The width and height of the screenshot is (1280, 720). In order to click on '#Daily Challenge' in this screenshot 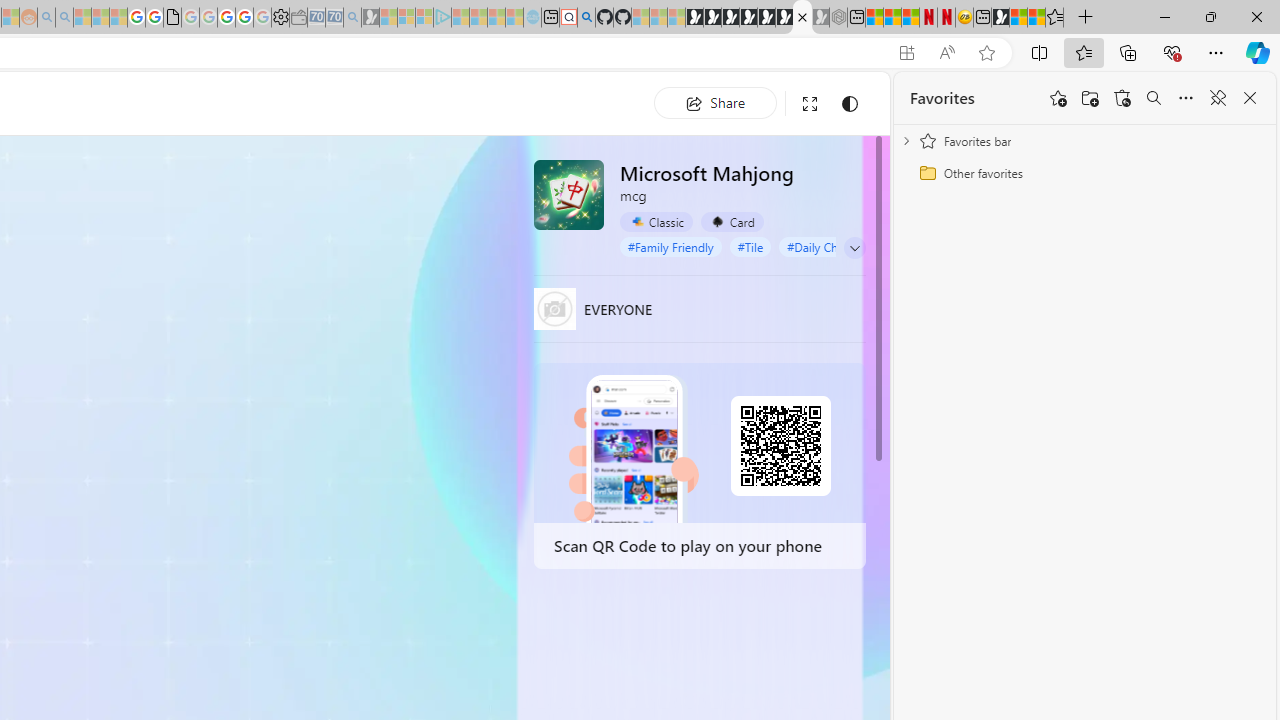, I will do `click(832, 245)`.